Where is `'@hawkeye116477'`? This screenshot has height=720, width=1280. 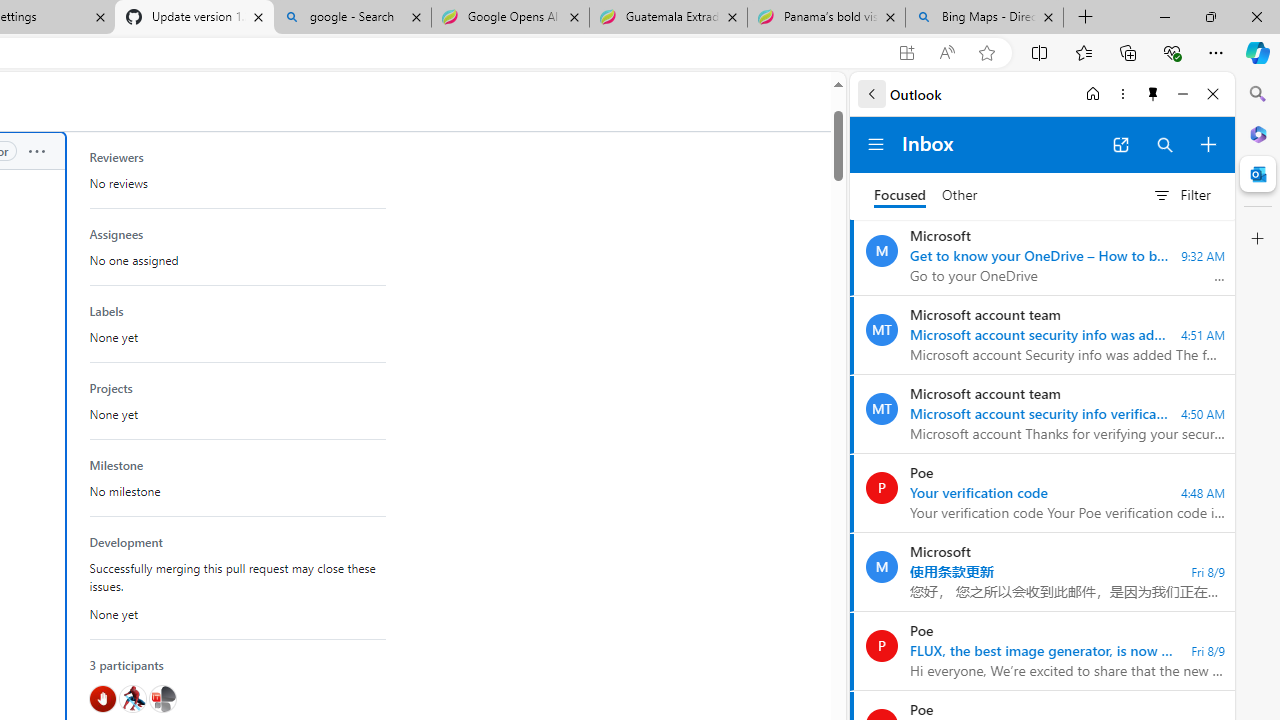 '@hawkeye116477' is located at coordinates (131, 698).